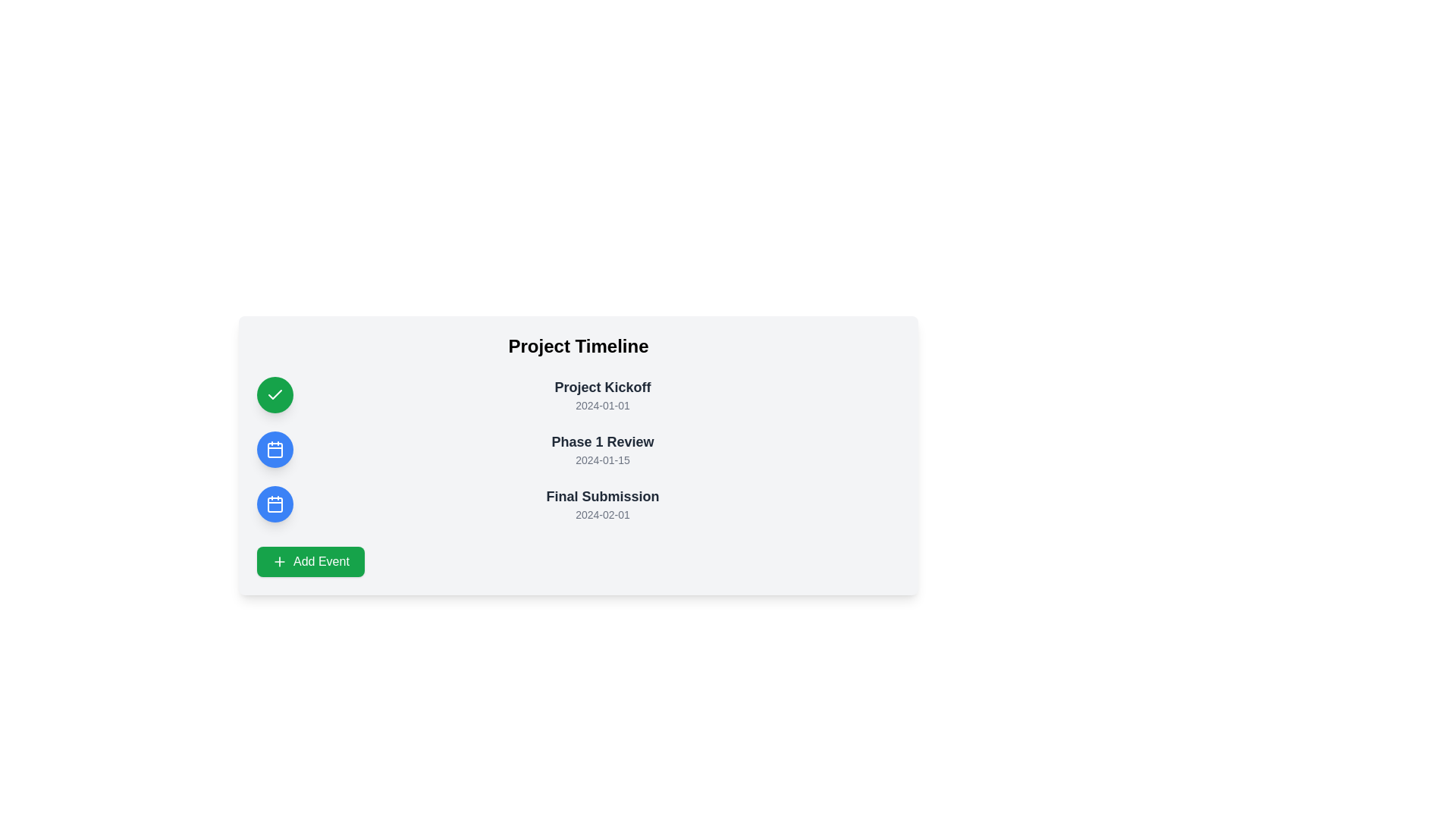  What do you see at coordinates (578, 449) in the screenshot?
I see `the 'Phase 1 Review' list item, which features a calendar icon and the date '2024-01-15'` at bounding box center [578, 449].